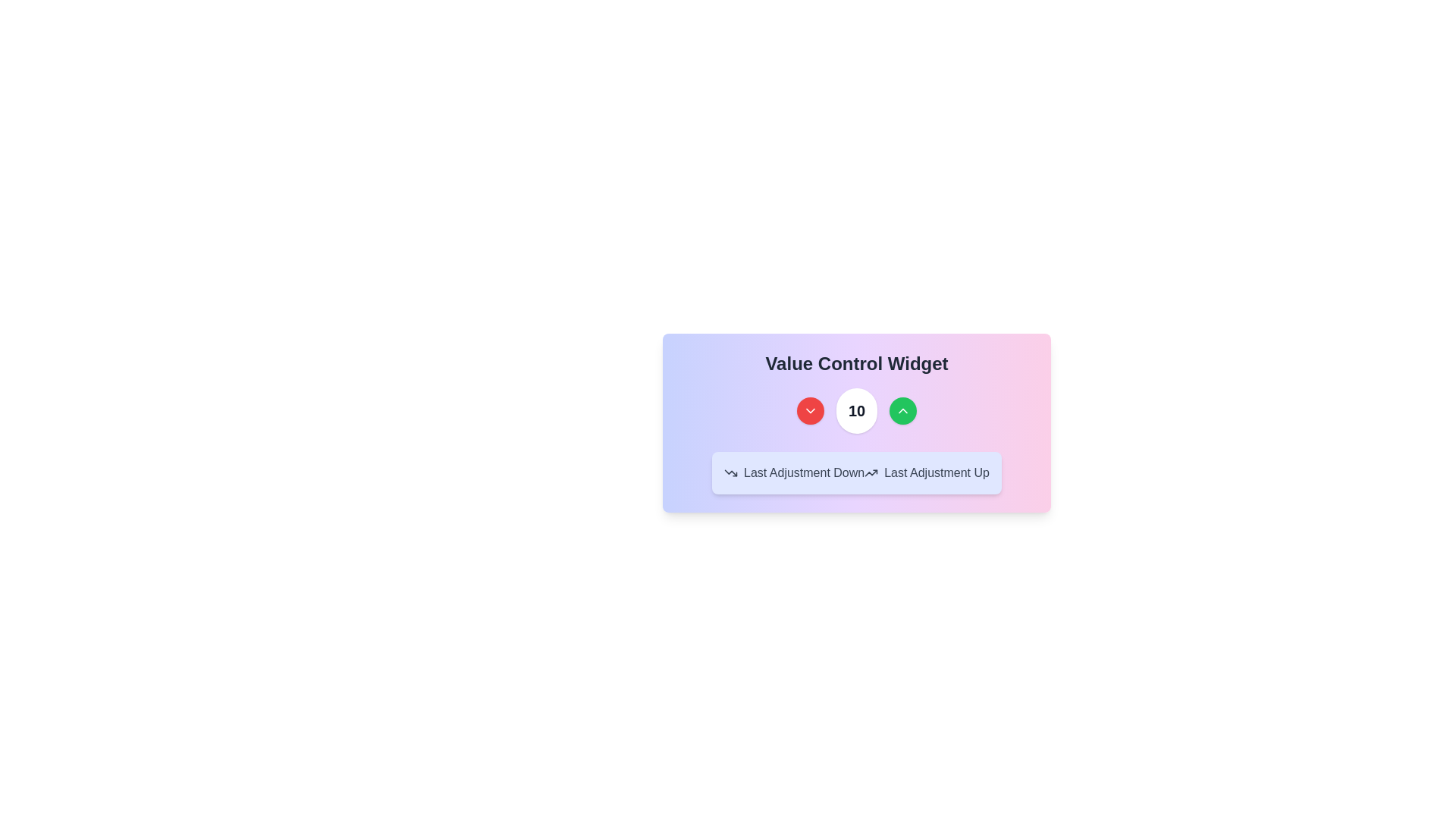 The height and width of the screenshot is (819, 1456). Describe the element at coordinates (903, 411) in the screenshot. I see `the green button with an upward action icon located to the right of the central white circle` at that location.